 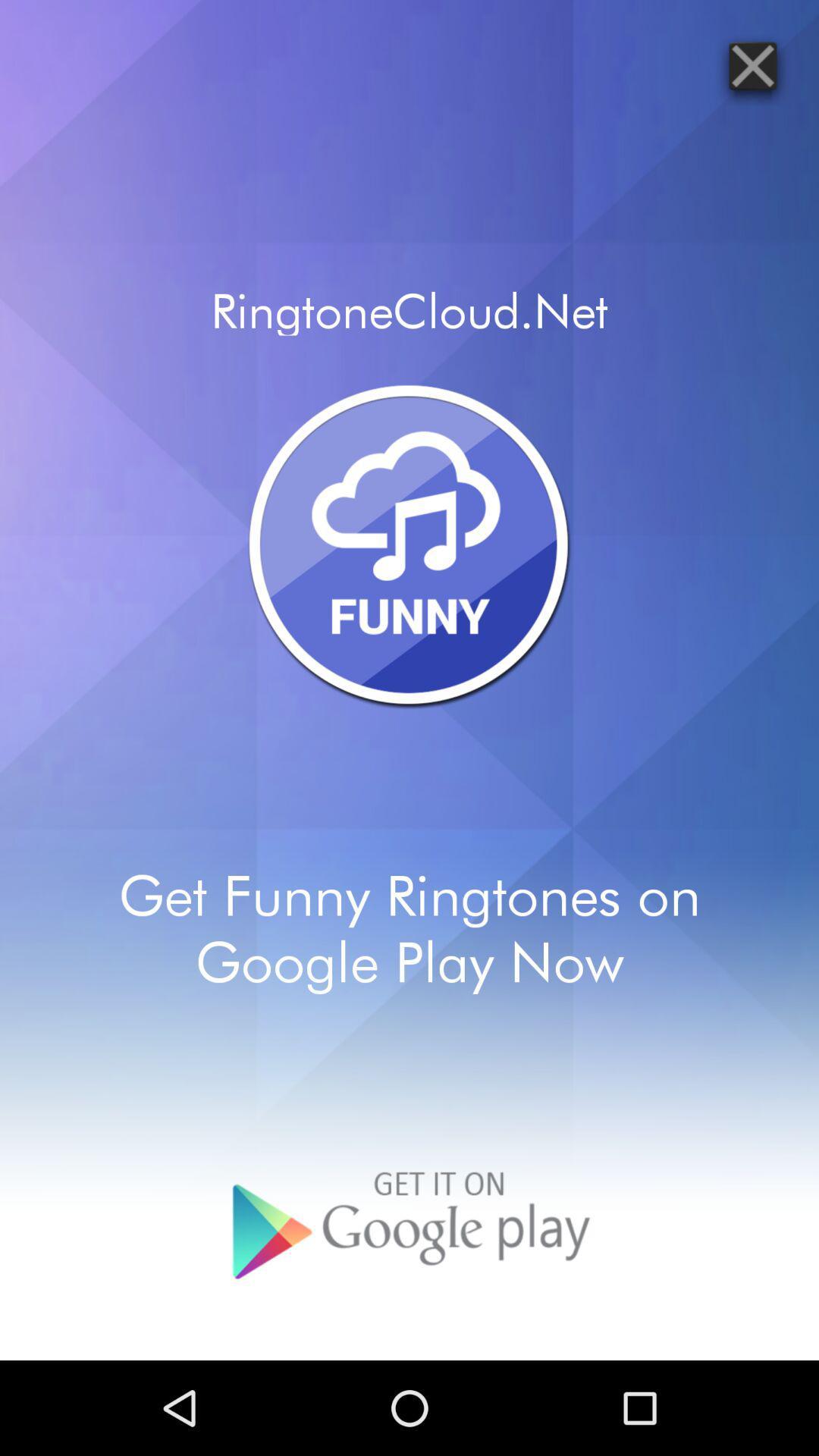 What do you see at coordinates (752, 64) in the screenshot?
I see `advertisement` at bounding box center [752, 64].